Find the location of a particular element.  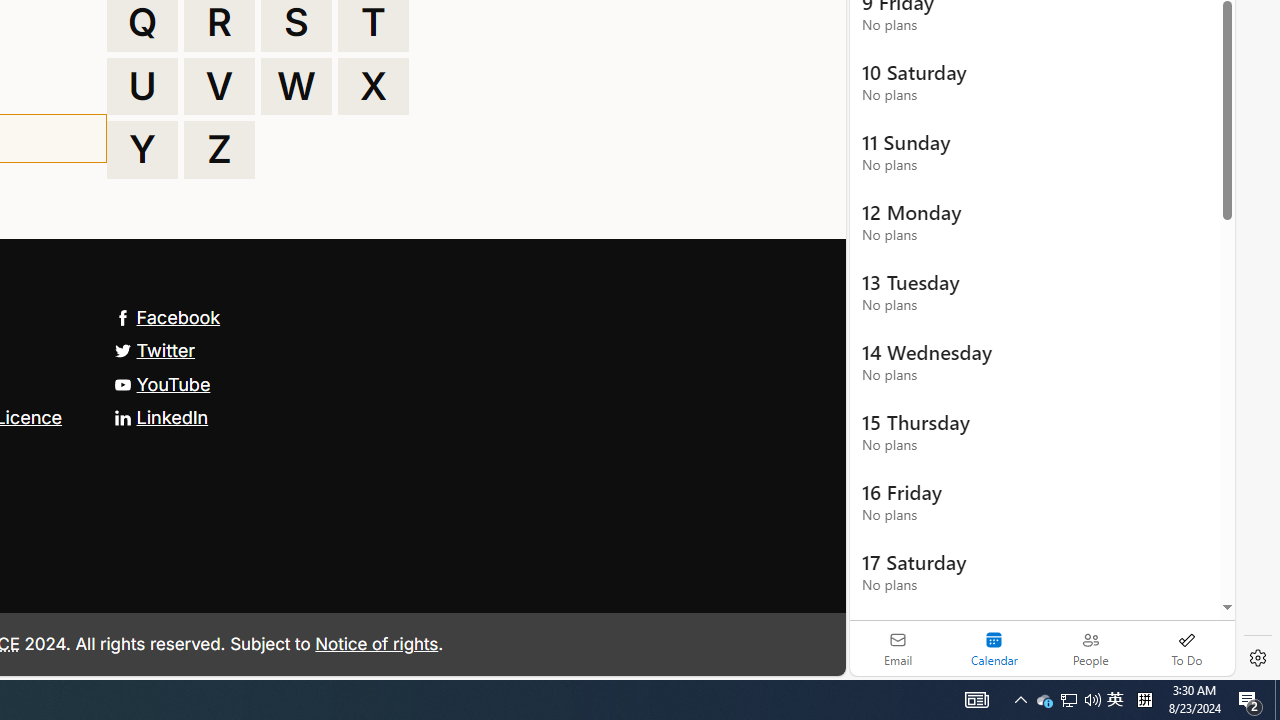

'U' is located at coordinates (141, 85).